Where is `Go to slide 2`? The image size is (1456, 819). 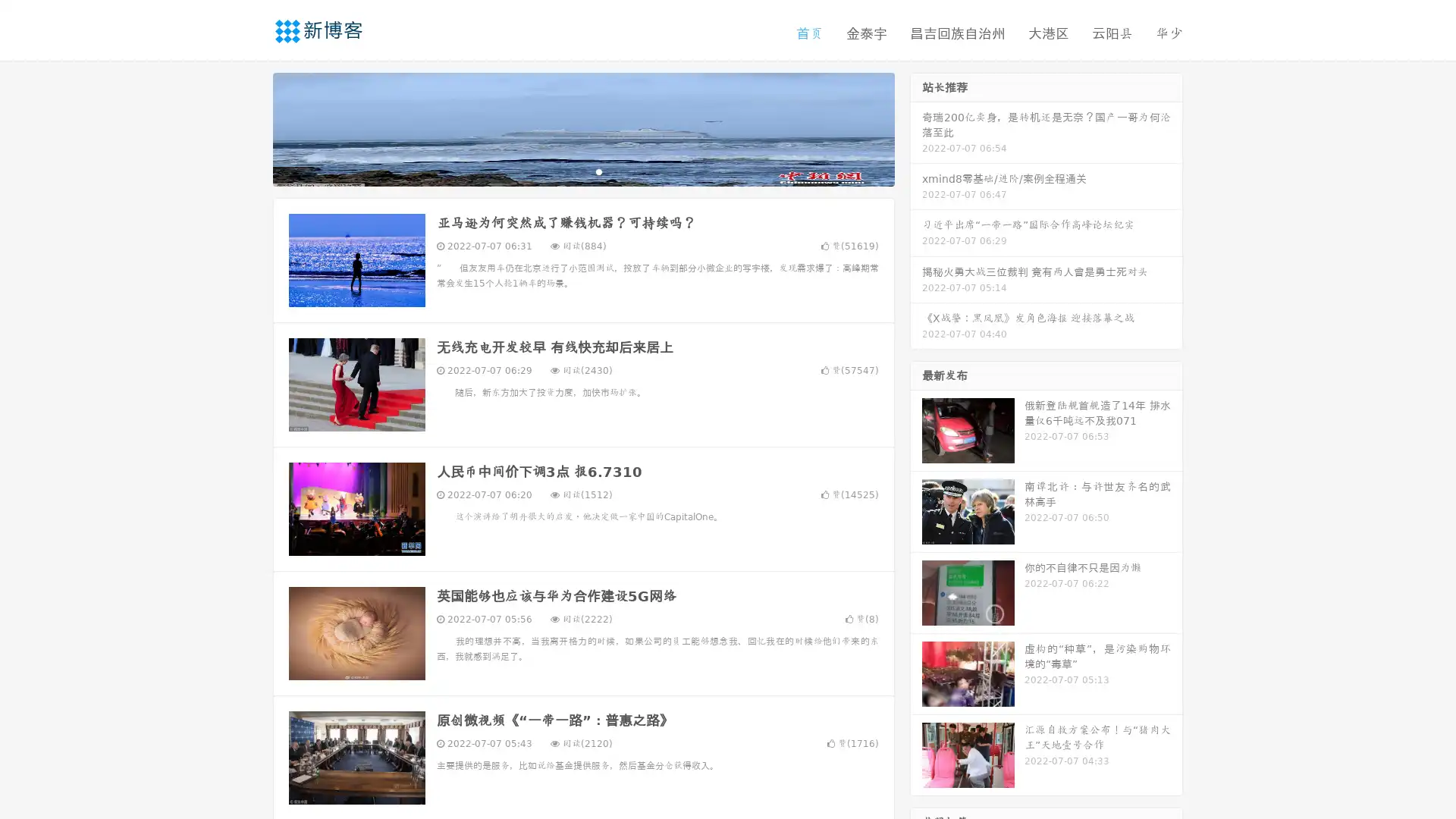
Go to slide 2 is located at coordinates (582, 171).